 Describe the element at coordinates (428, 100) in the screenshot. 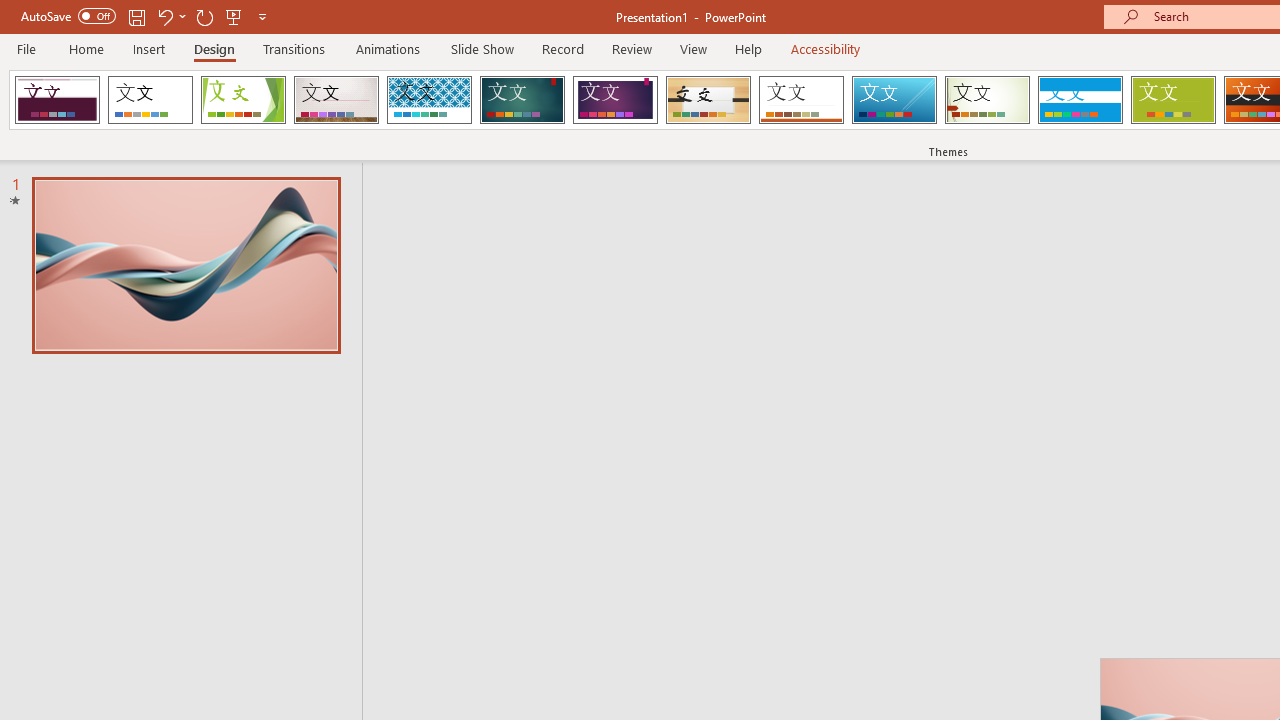

I see `'Integral'` at that location.